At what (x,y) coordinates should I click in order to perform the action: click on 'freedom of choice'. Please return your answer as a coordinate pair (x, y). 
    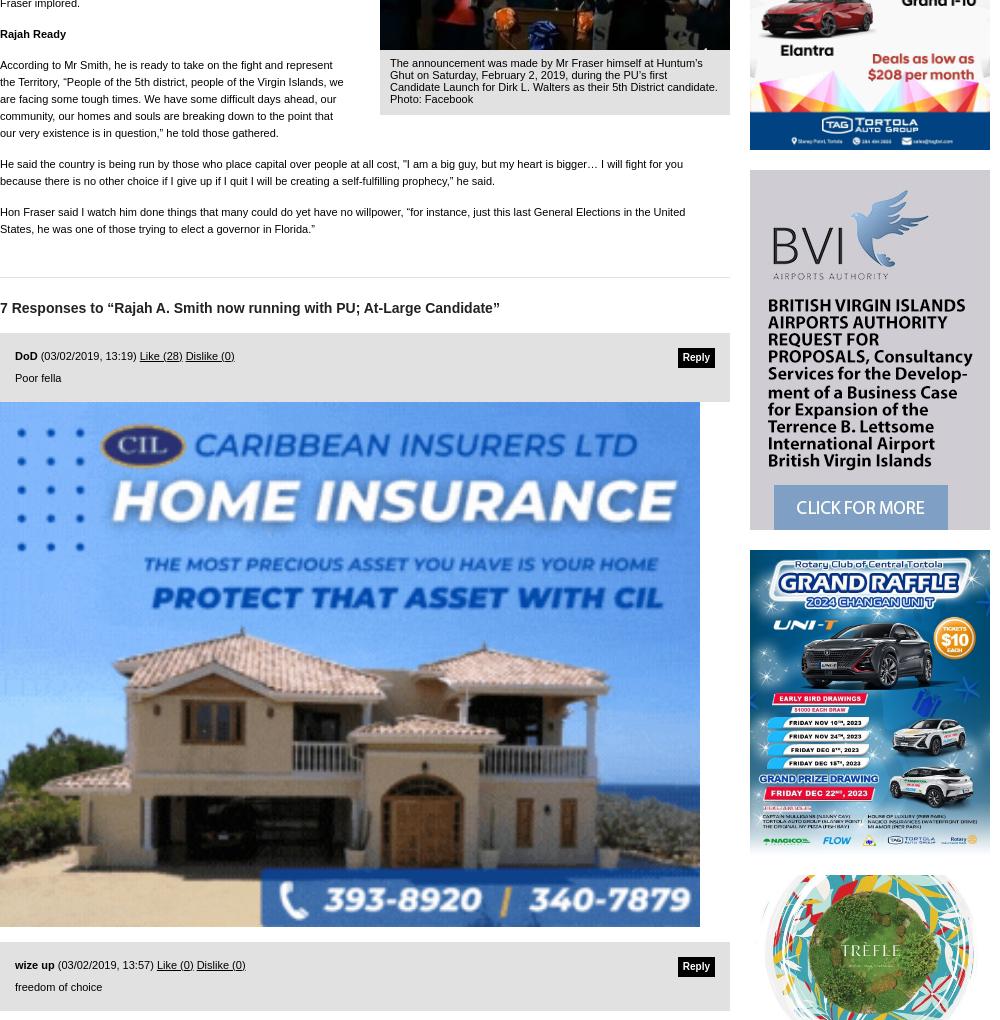
    Looking at the image, I should click on (58, 986).